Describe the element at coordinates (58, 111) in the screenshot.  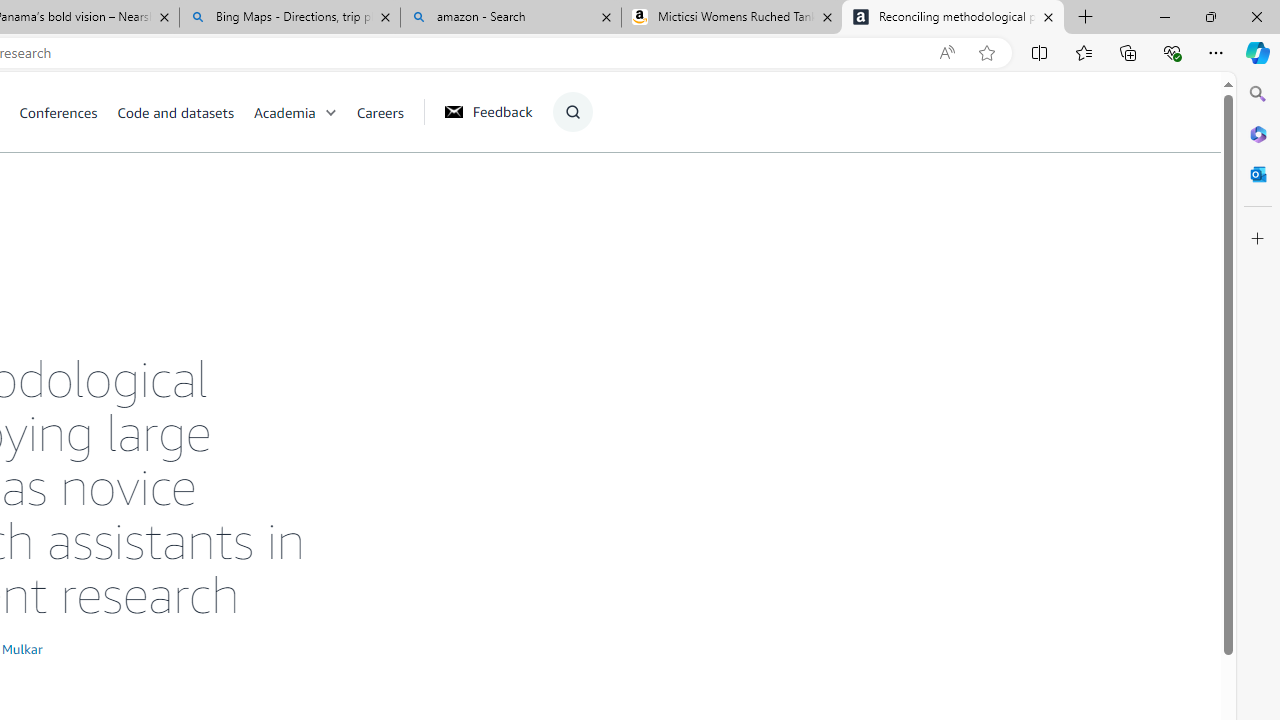
I see `'Conferences'` at that location.